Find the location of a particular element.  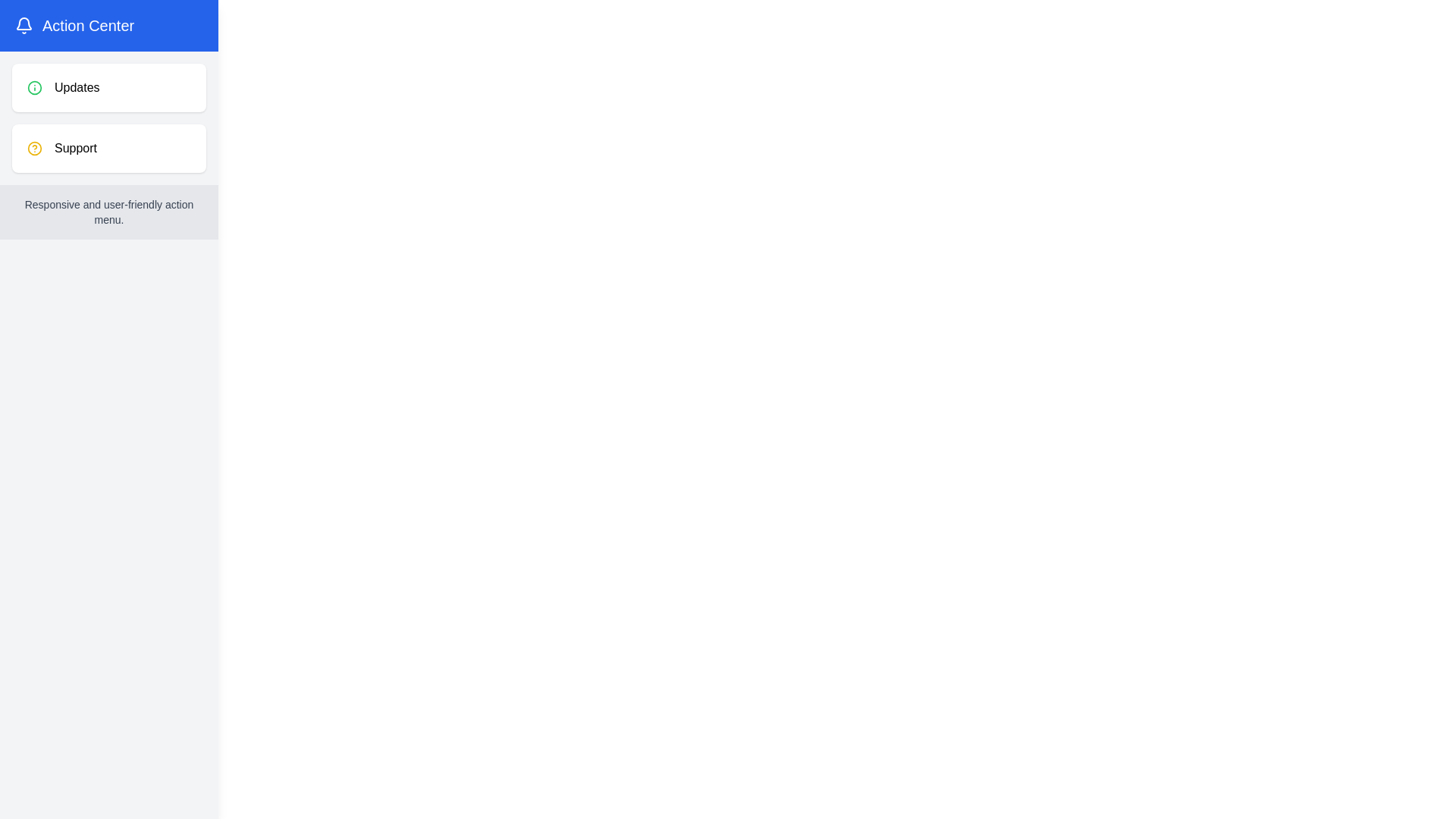

the 'Updates' item in the Action Center is located at coordinates (108, 87).